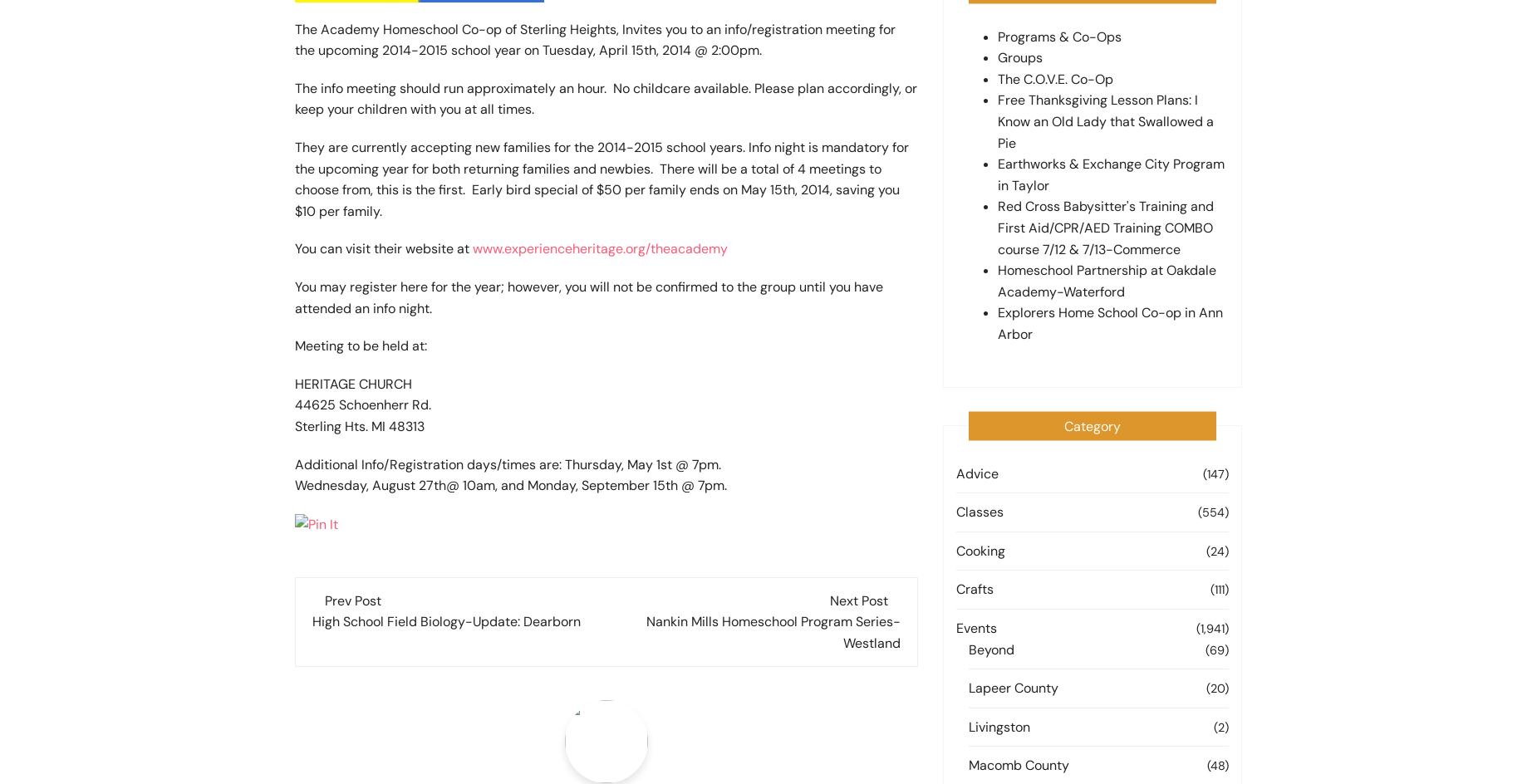 The height and width of the screenshot is (784, 1537). I want to click on 'High School Field Biology-Update: Dearborn', so click(446, 621).